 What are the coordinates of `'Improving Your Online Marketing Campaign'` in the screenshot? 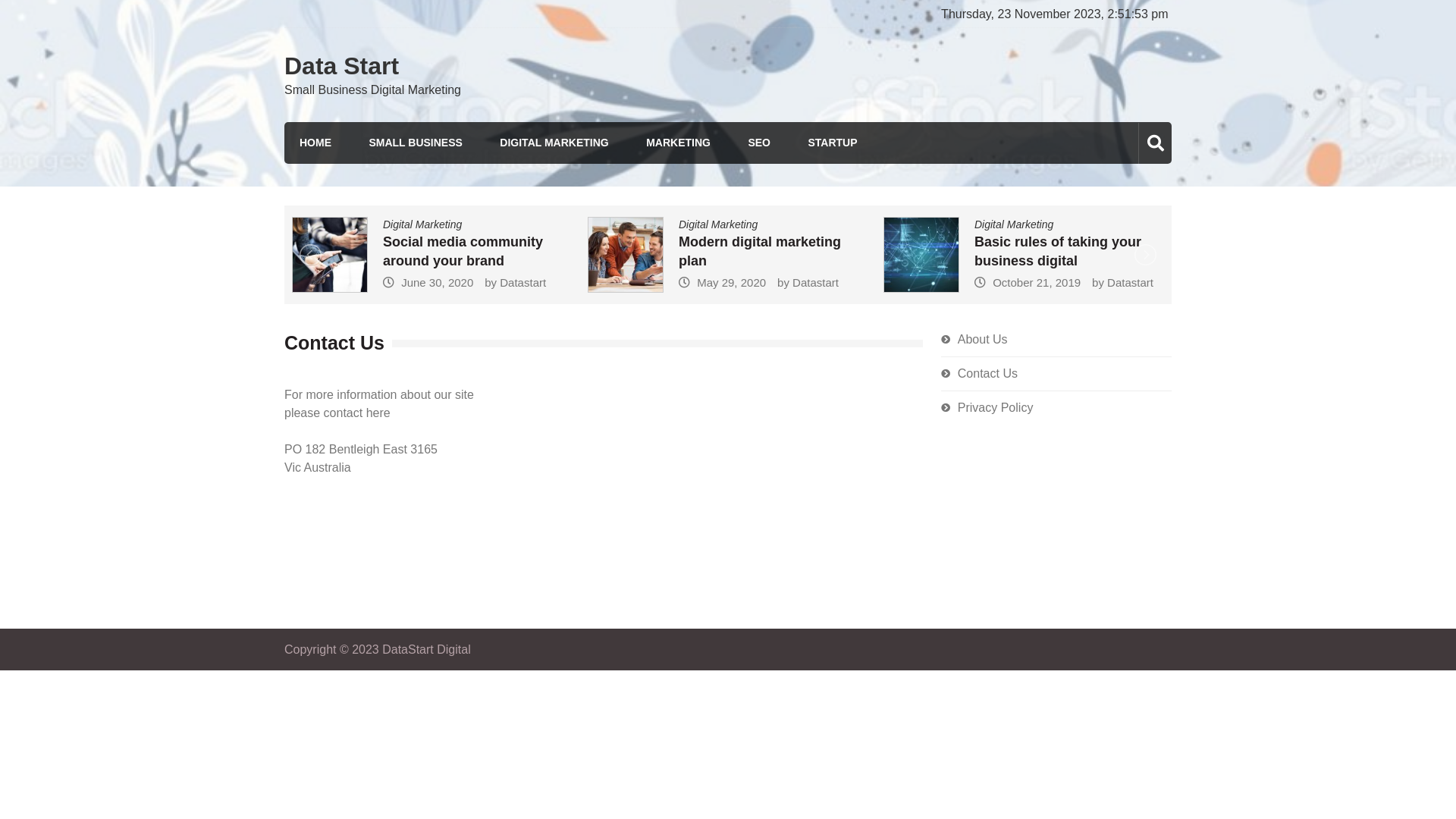 It's located at (390, 250).